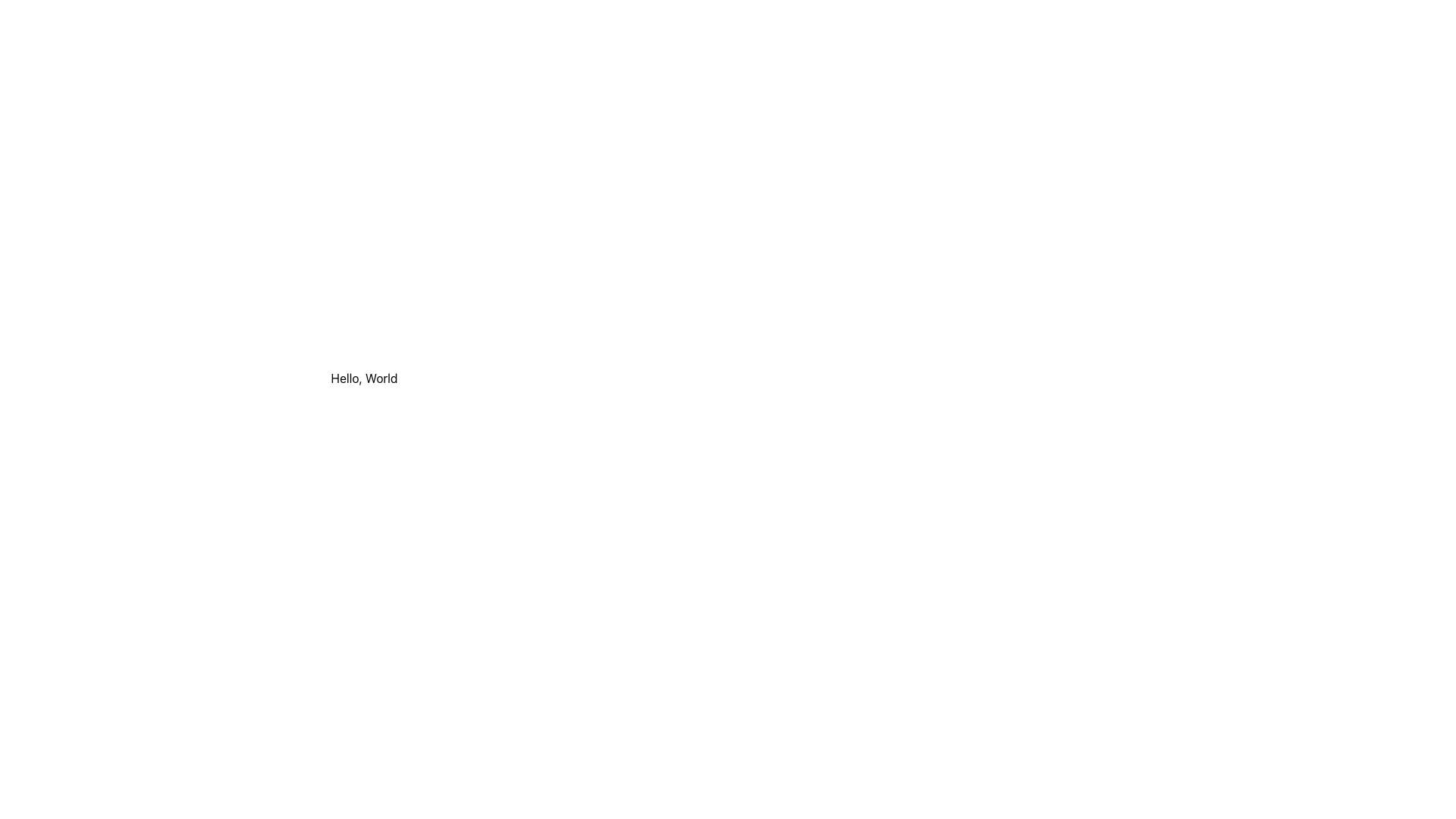 This screenshot has height=819, width=1456. I want to click on the Static Text Display that shows 'Hello, World', which is centrally aligned in a white box, so click(364, 377).